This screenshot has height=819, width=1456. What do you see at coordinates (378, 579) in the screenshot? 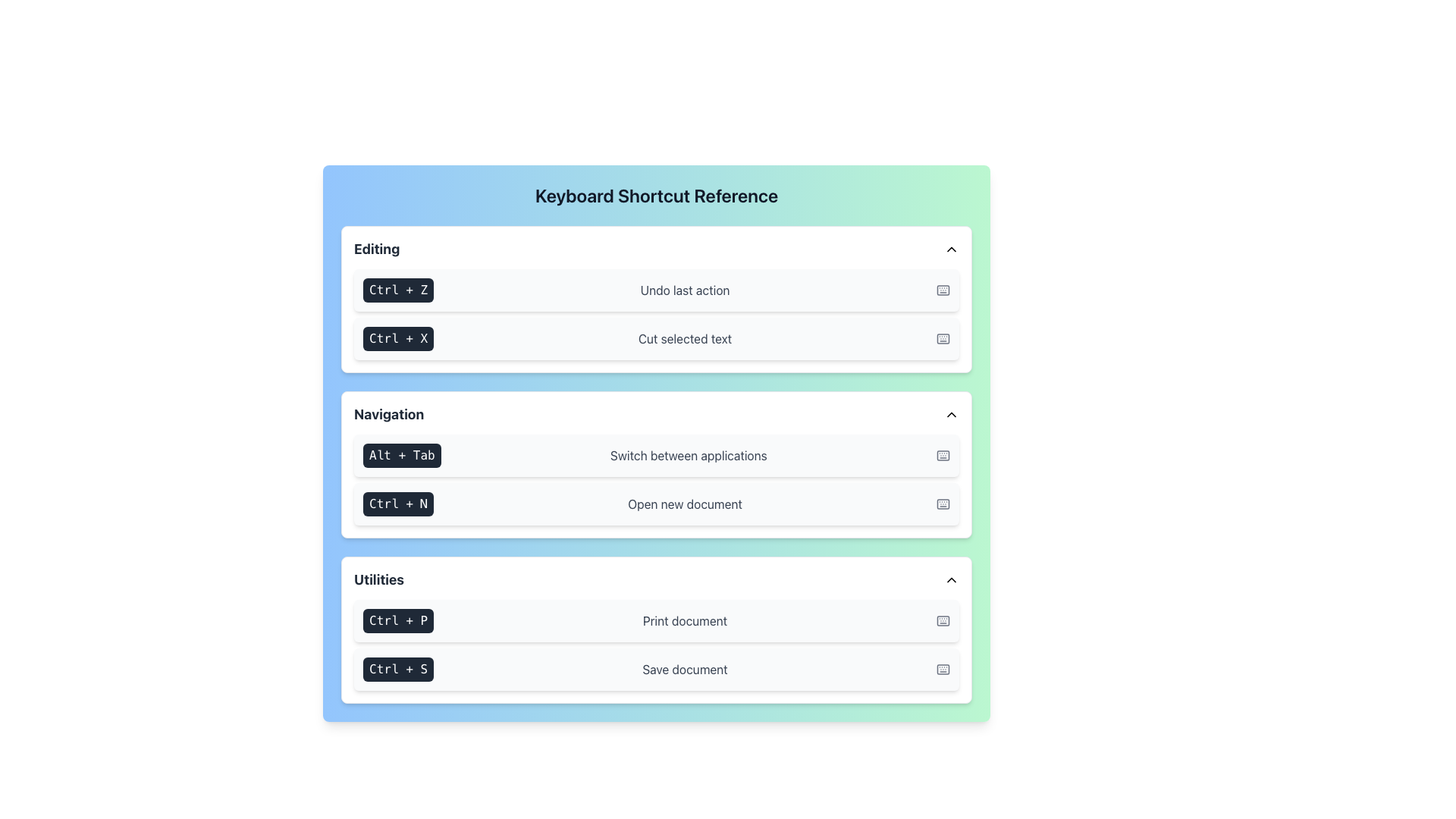
I see `the 'Utilities' Text Label element, which is prominently displayed in a large, bold font and dark gray color on a light background, located near the top-left corner of its section` at bounding box center [378, 579].